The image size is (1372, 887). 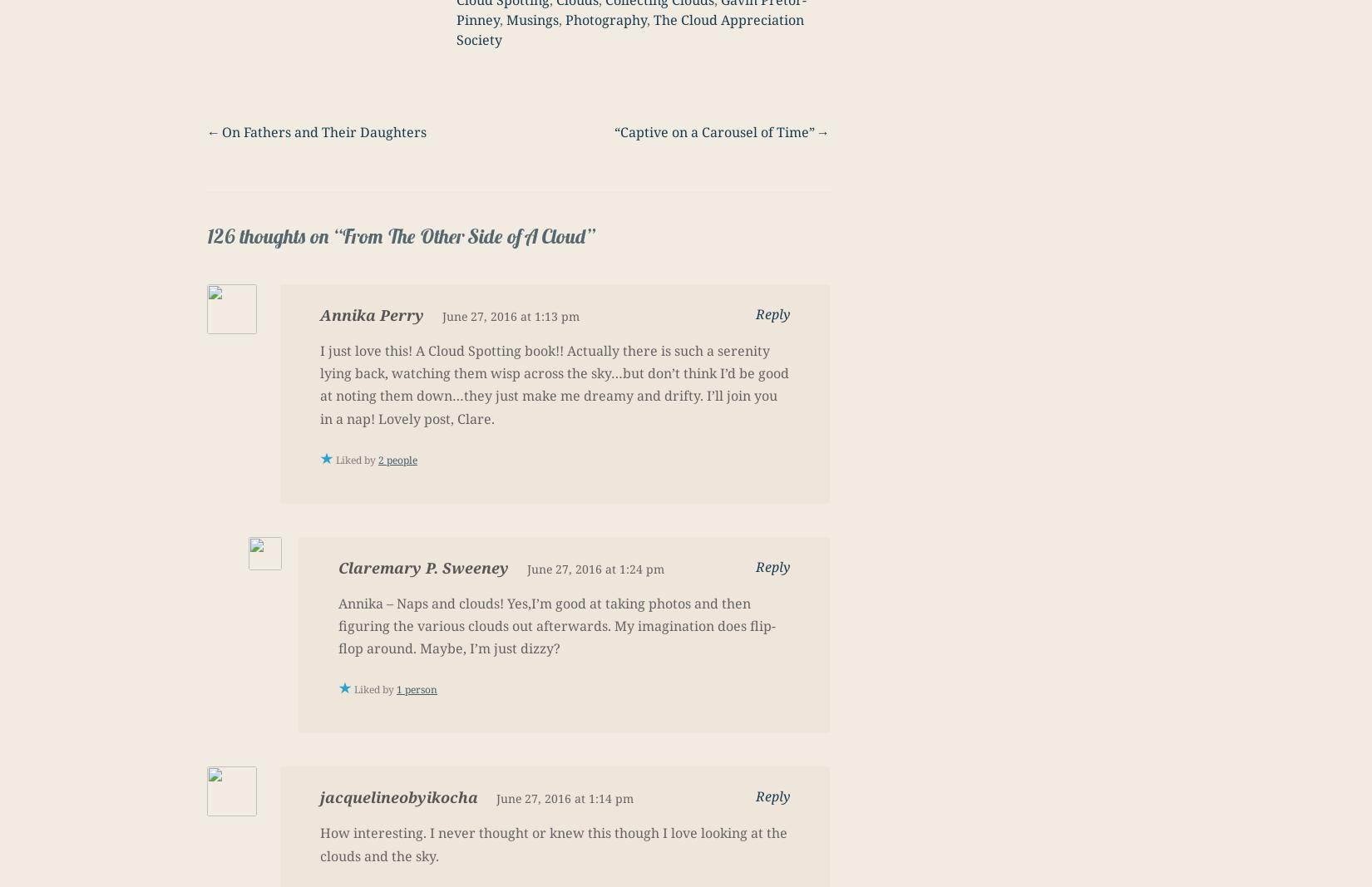 What do you see at coordinates (274, 236) in the screenshot?
I see `'126 thoughts on “'` at bounding box center [274, 236].